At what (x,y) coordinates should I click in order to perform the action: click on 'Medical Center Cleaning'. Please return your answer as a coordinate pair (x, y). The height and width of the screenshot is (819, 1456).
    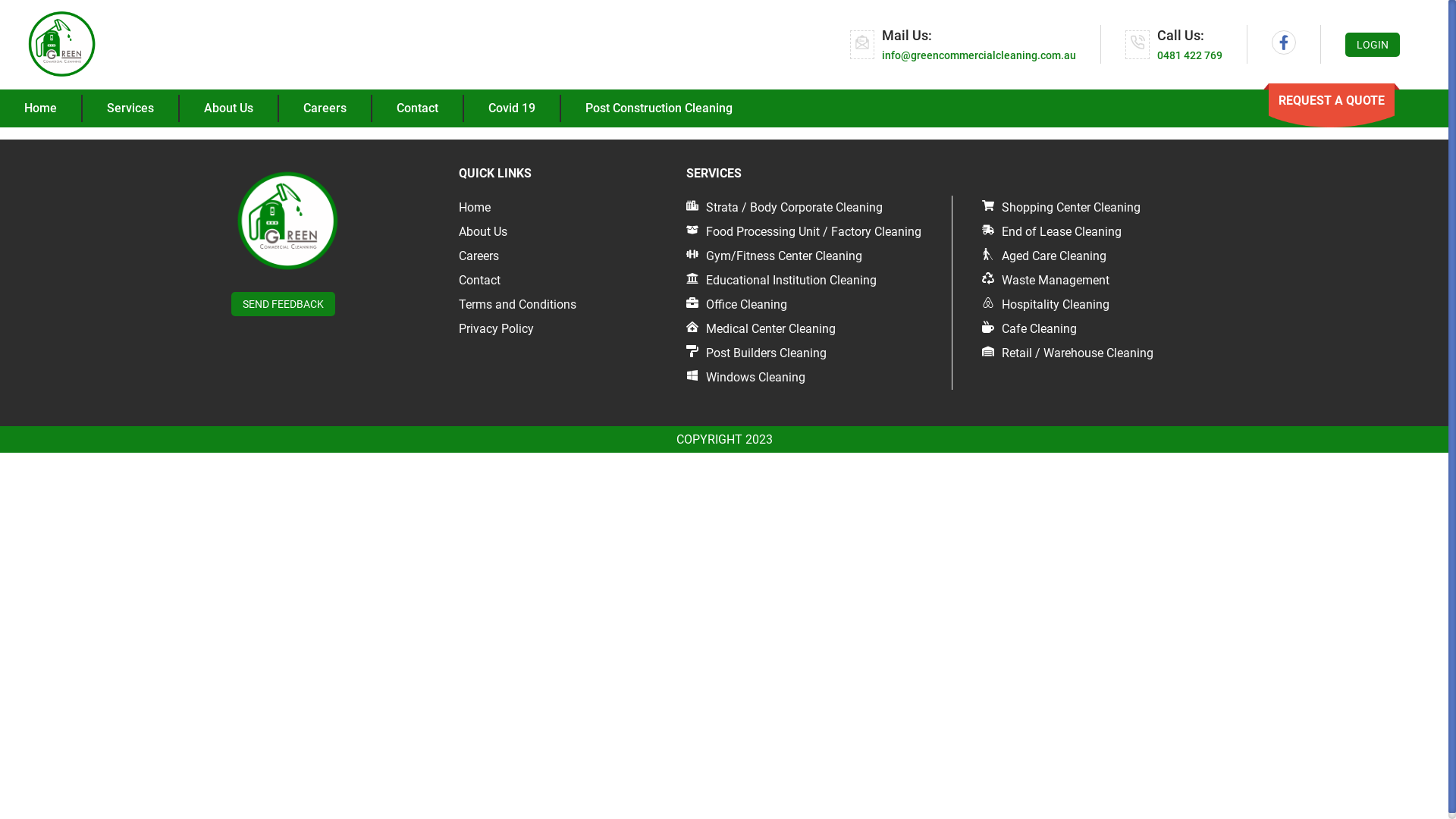
    Looking at the image, I should click on (761, 328).